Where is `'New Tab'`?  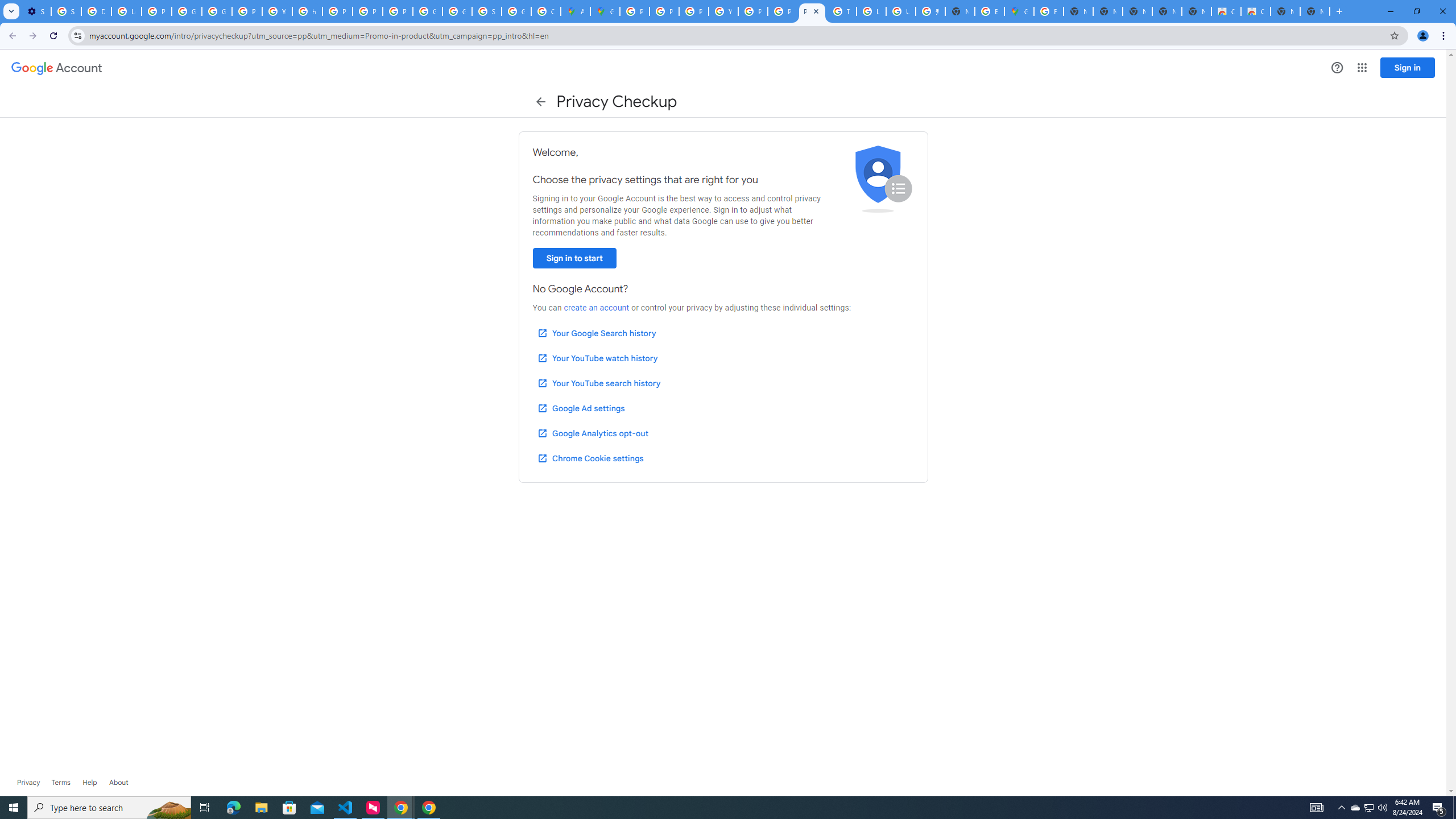
'New Tab' is located at coordinates (1314, 11).